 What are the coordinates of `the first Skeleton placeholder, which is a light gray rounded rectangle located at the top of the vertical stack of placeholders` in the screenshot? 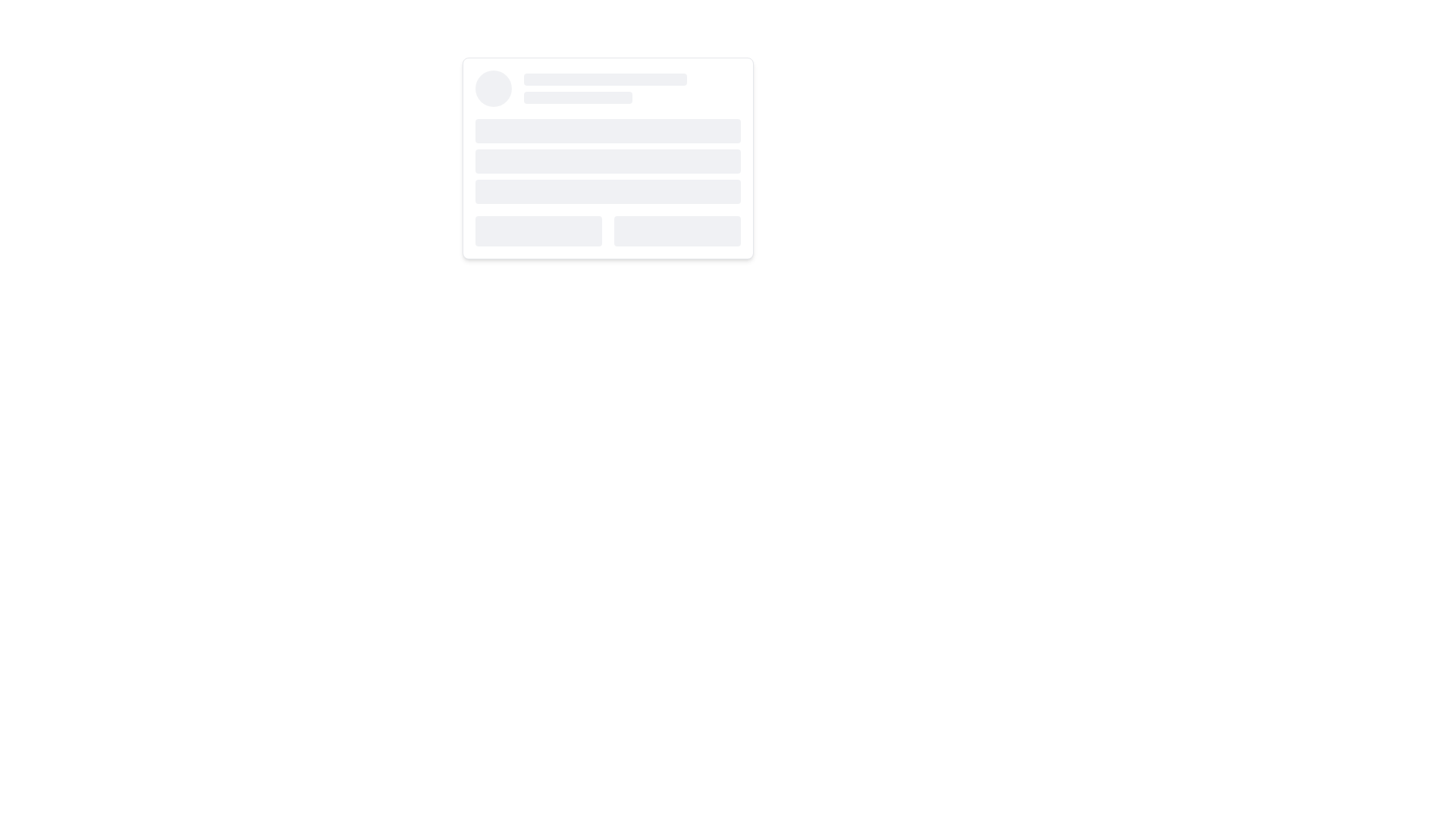 It's located at (604, 79).